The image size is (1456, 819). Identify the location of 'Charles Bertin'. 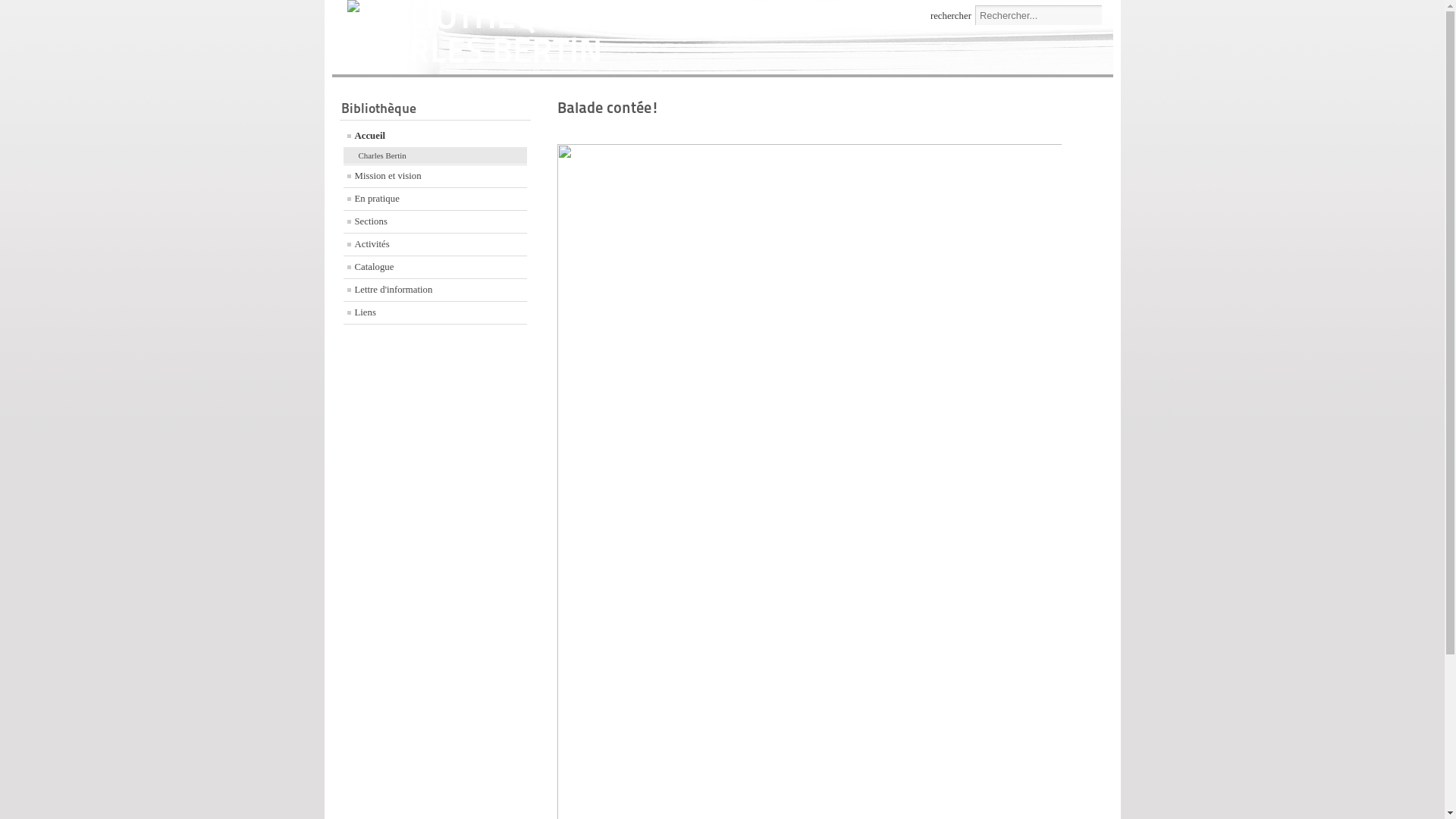
(434, 155).